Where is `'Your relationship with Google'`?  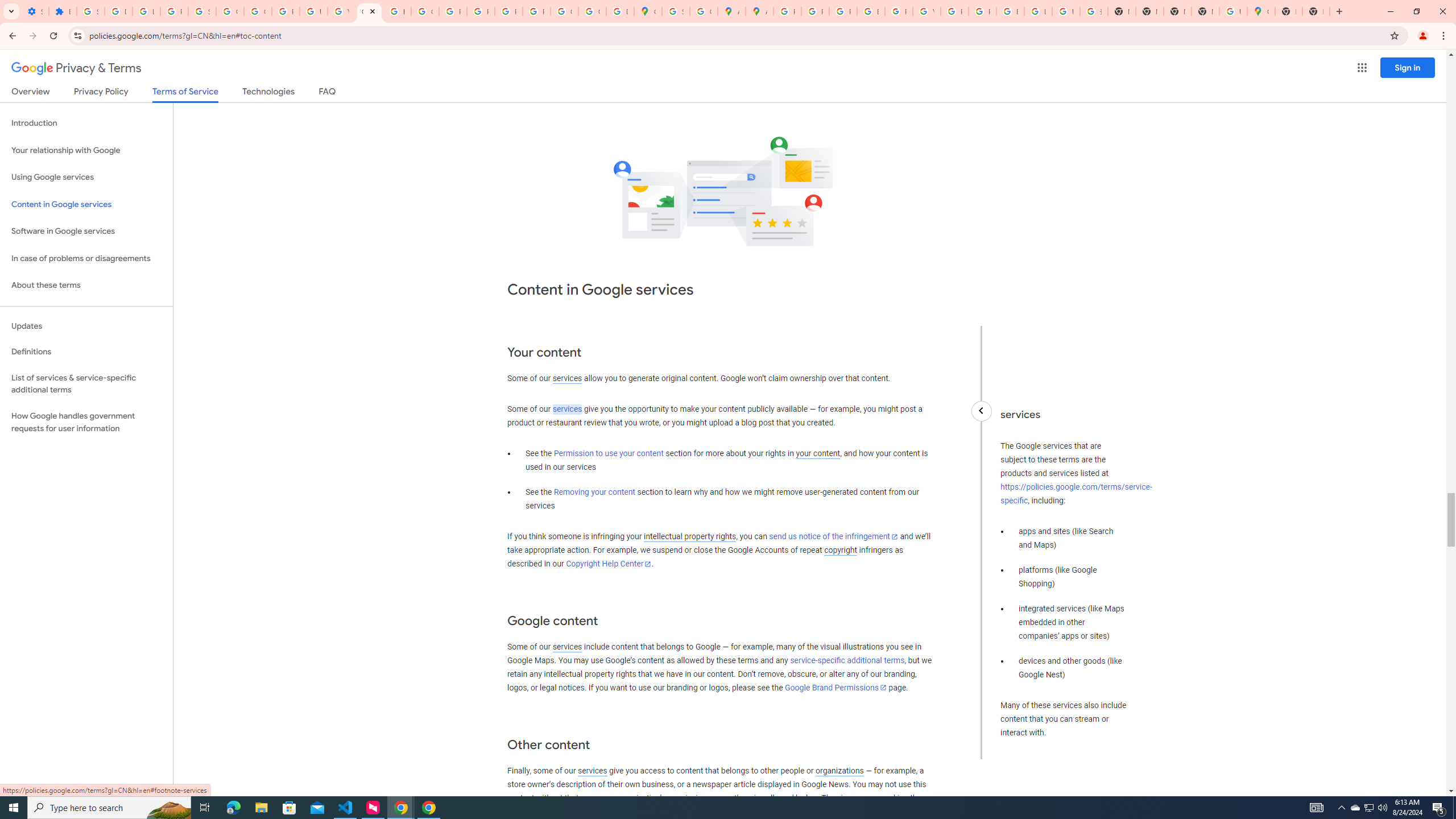 'Your relationship with Google' is located at coordinates (86, 150).